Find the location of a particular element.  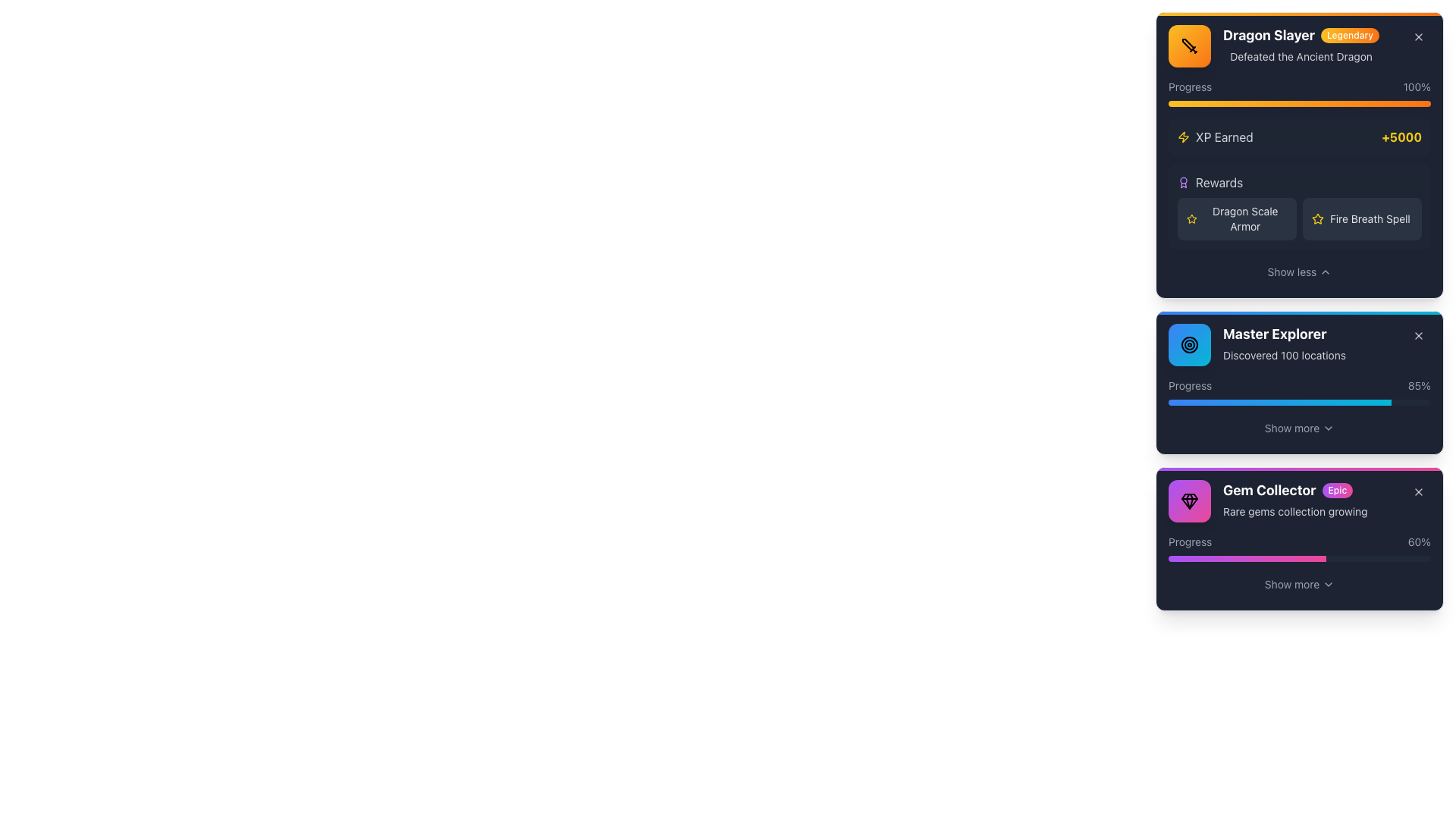

the decorative progress or header bar element, which is a thin rectangular gradient line transitioning from blue to cyan, located at the top of the 'Master Explorer' card is located at coordinates (1298, 312).